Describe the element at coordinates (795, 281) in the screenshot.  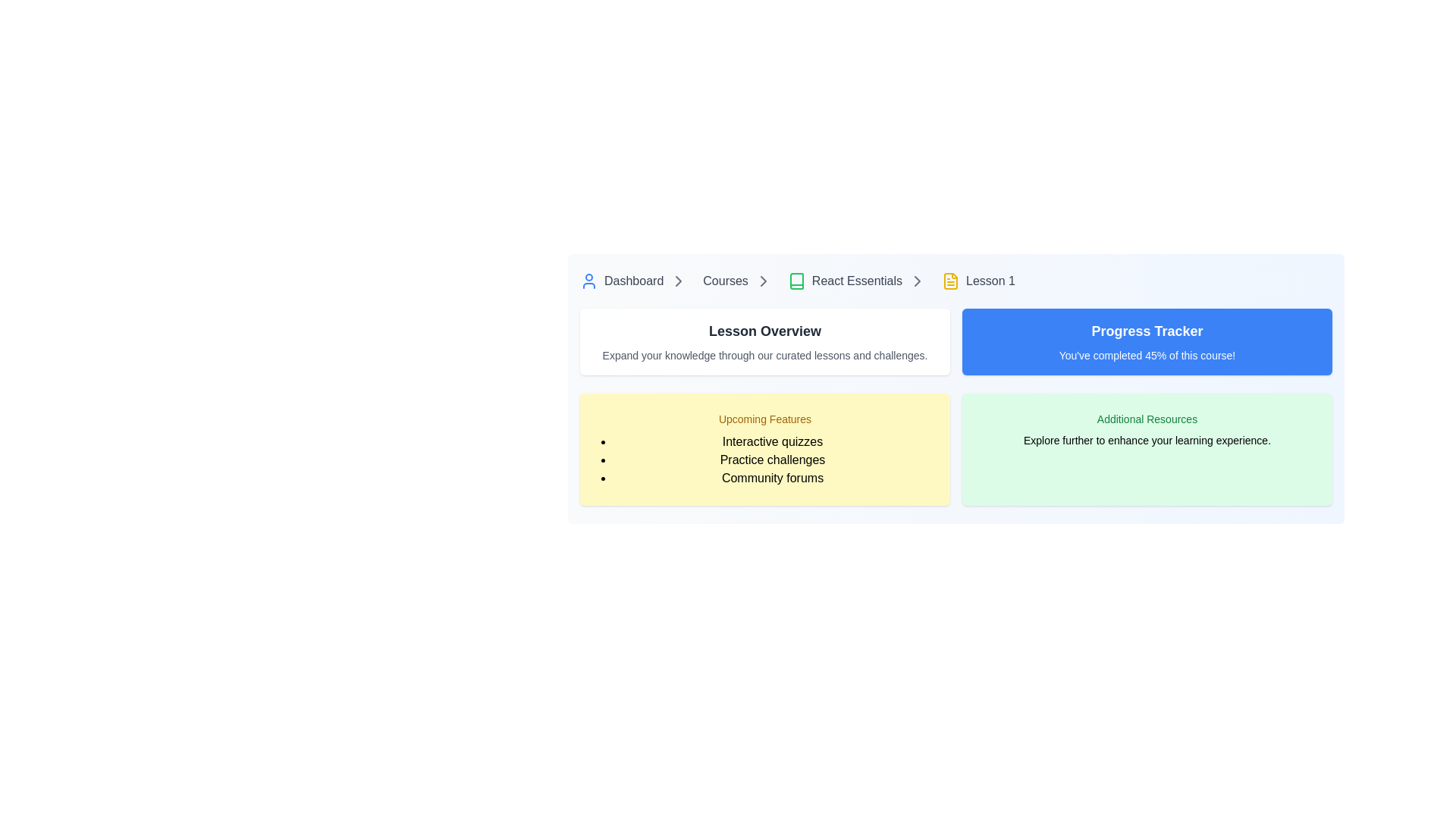
I see `the small green outlined book icon located near the label 'React Essentials' in the breadcrumb navigation bar` at that location.